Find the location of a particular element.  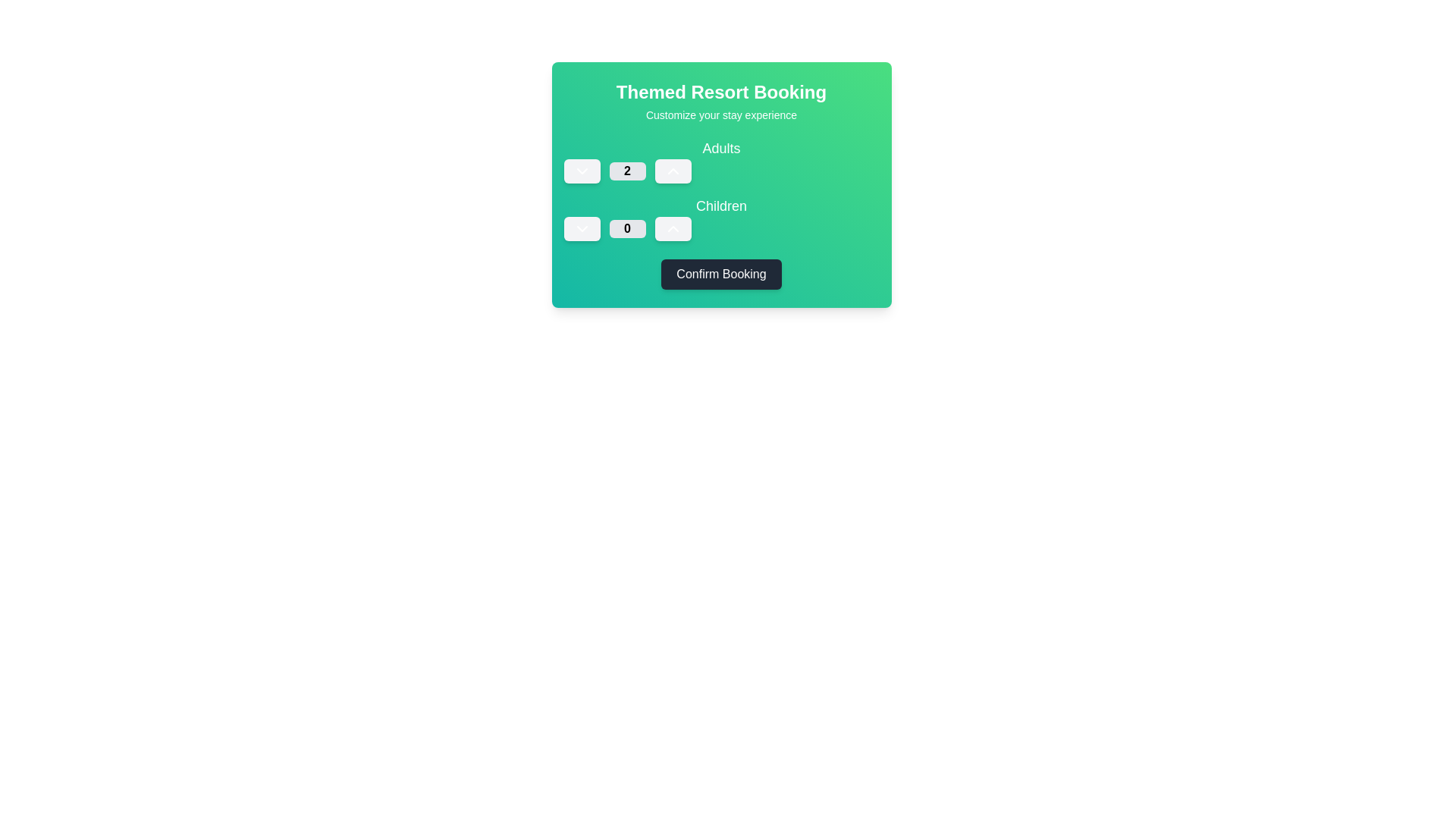

the Text label that indicates the section for specifying the number of children, located below the 'Adults' section and above the 'Confirm Booking' button is located at coordinates (720, 218).